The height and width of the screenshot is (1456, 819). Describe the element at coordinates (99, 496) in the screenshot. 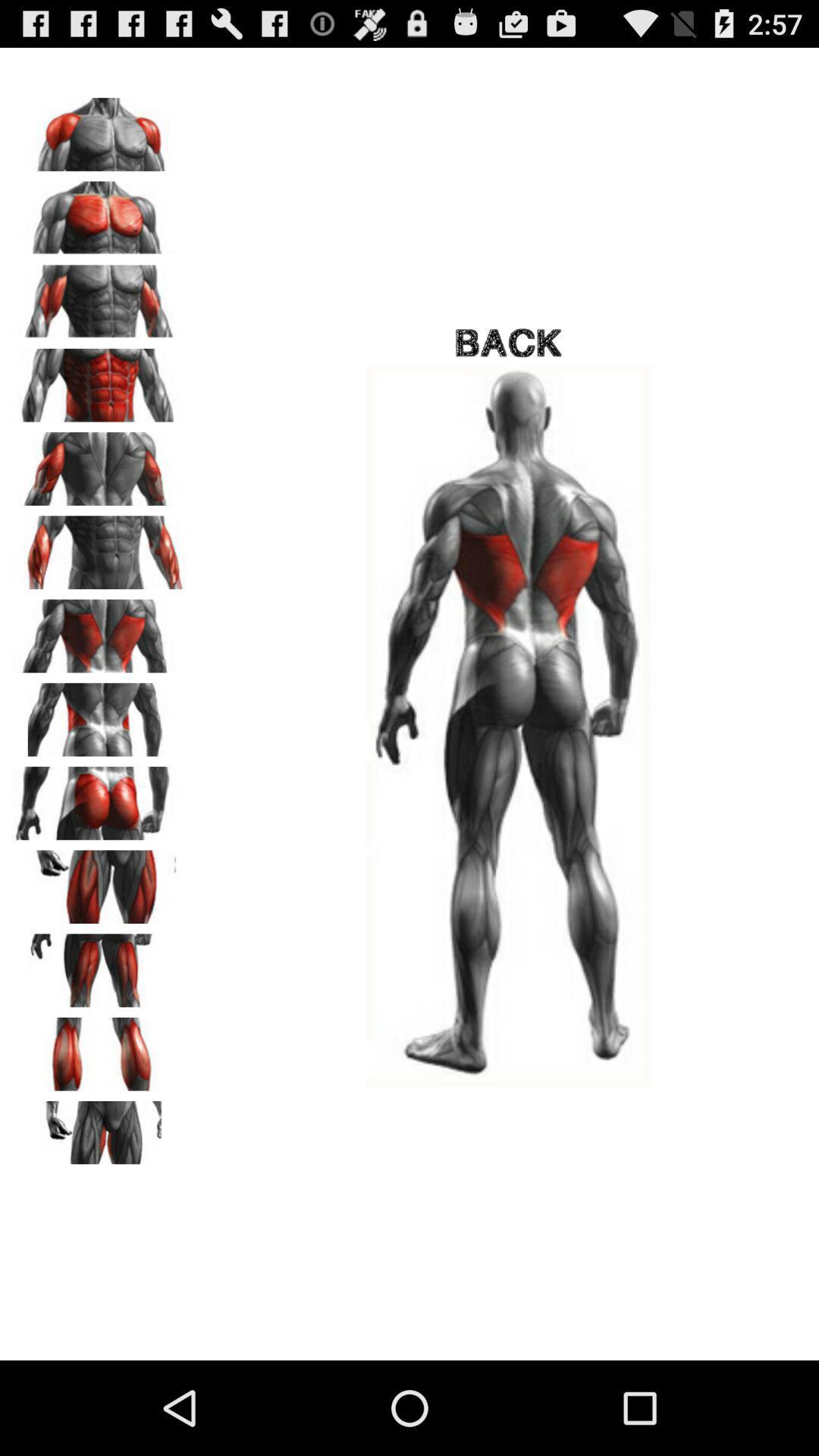

I see `the font icon` at that location.